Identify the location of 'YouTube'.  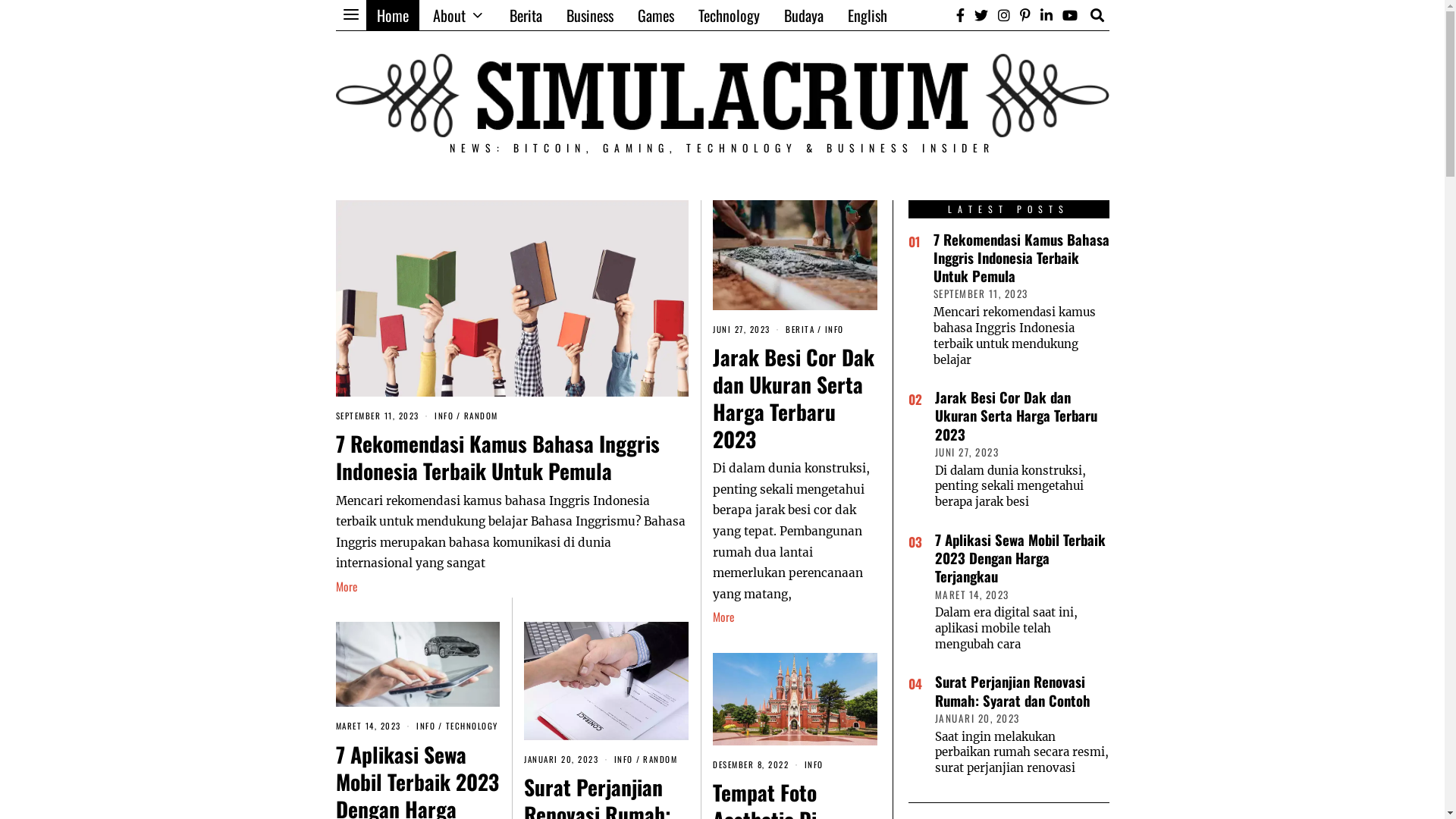
(1069, 14).